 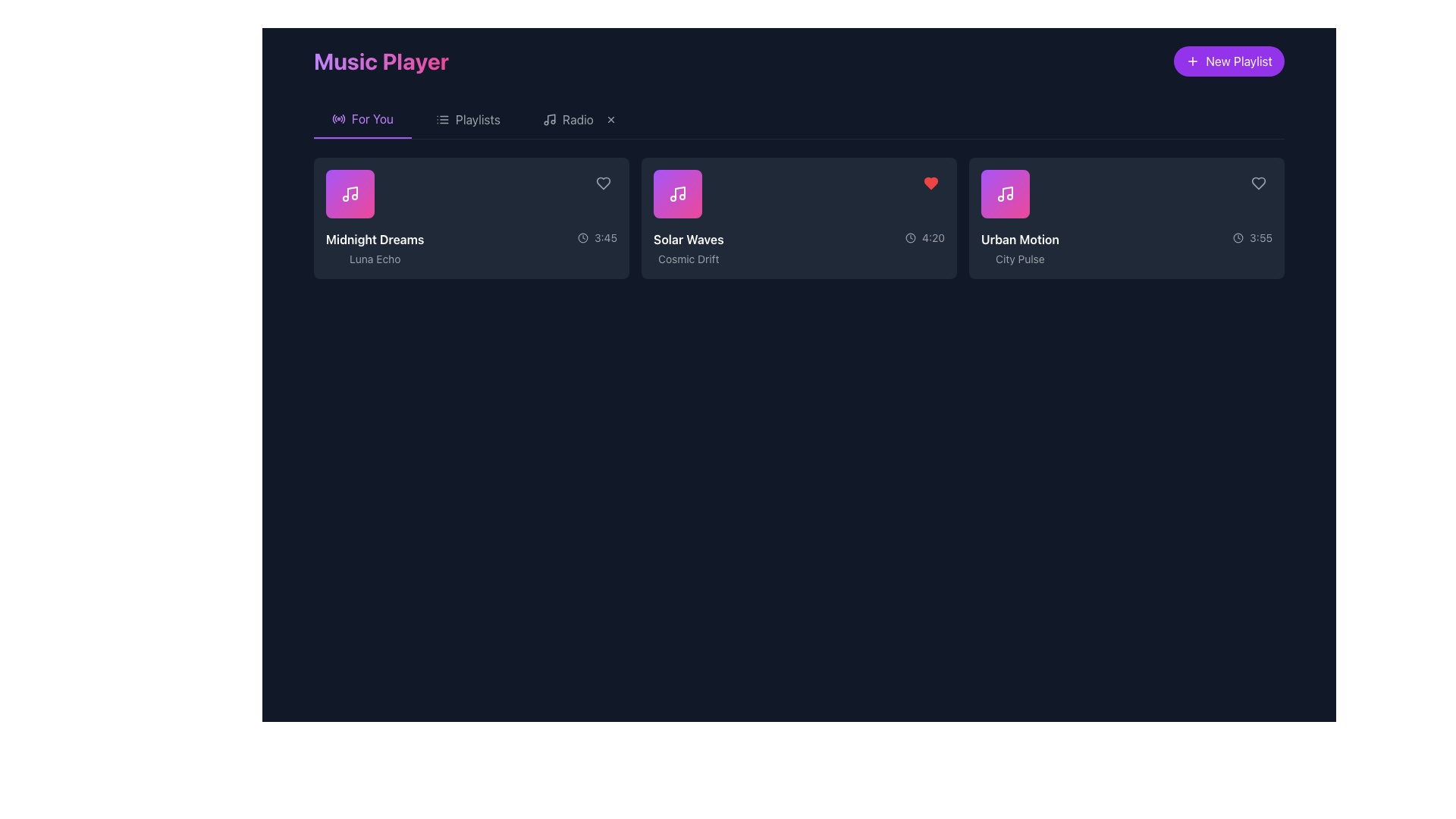 What do you see at coordinates (579, 119) in the screenshot?
I see `the 'Radio' navigation menu item, which is the third option in the menu bar and is styled in gray color` at bounding box center [579, 119].